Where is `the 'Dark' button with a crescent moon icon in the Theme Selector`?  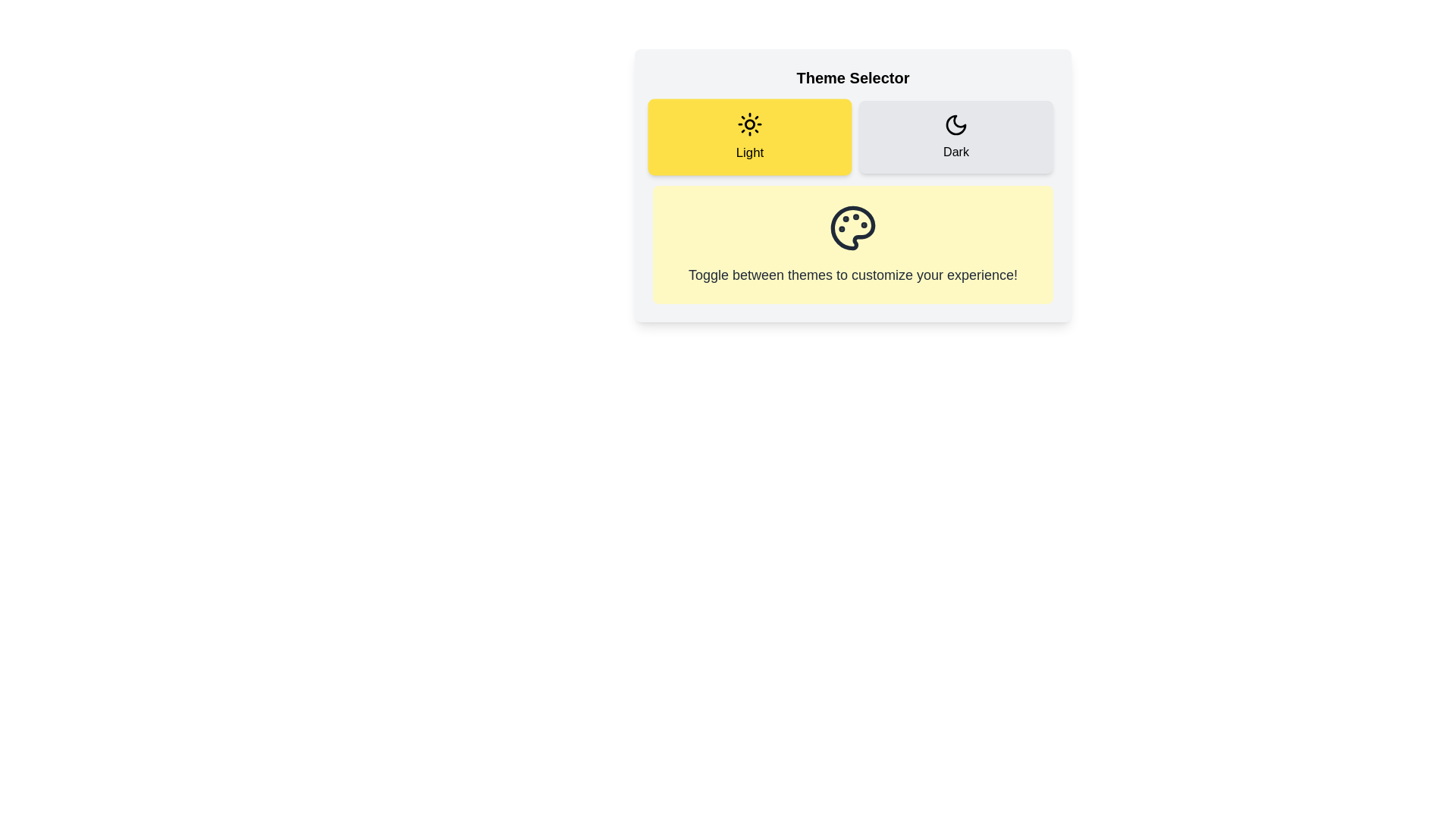
the 'Dark' button with a crescent moon icon in the Theme Selector is located at coordinates (955, 137).